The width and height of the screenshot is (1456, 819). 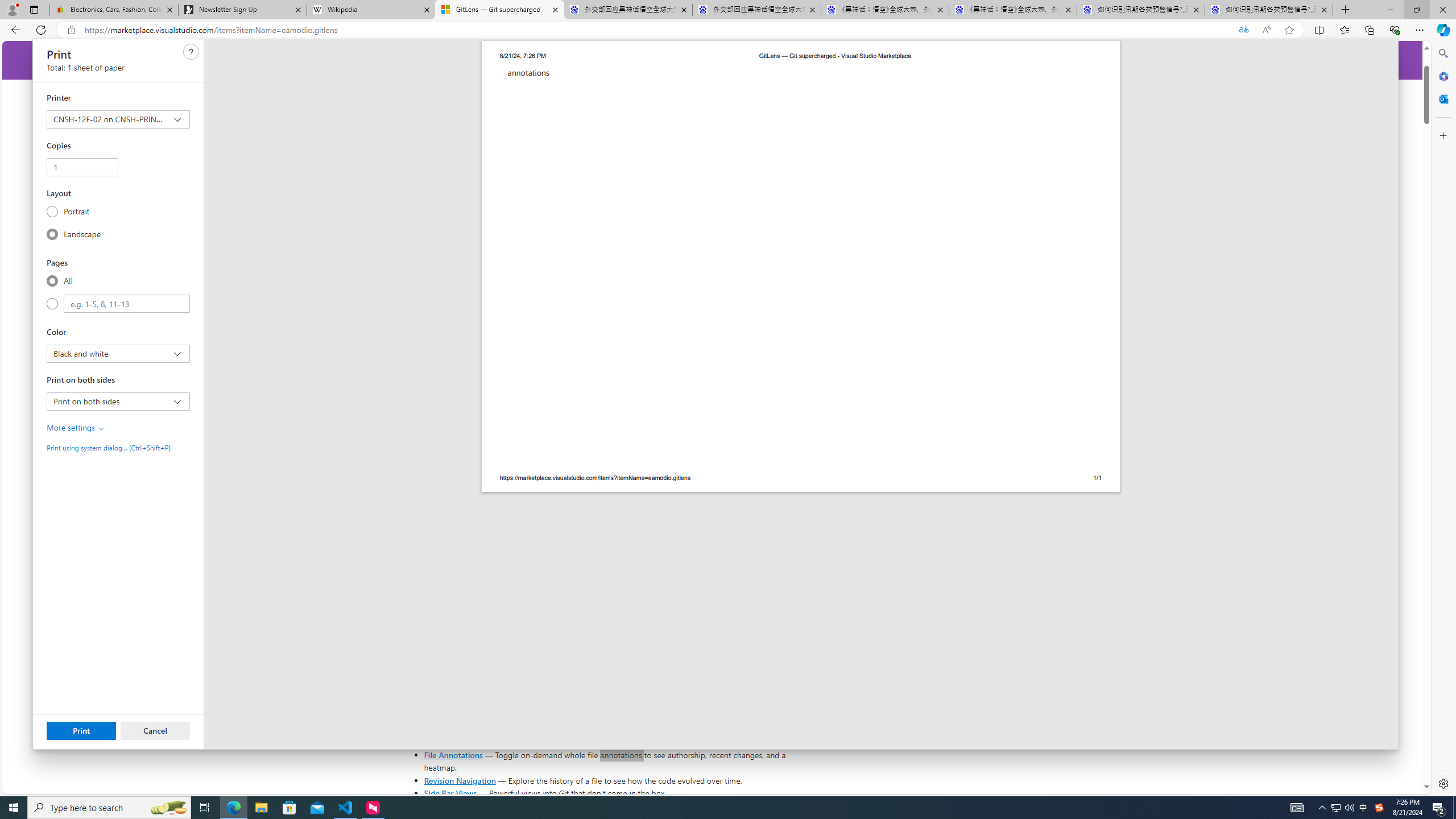 What do you see at coordinates (155, 730) in the screenshot?
I see `'Cancel'` at bounding box center [155, 730].